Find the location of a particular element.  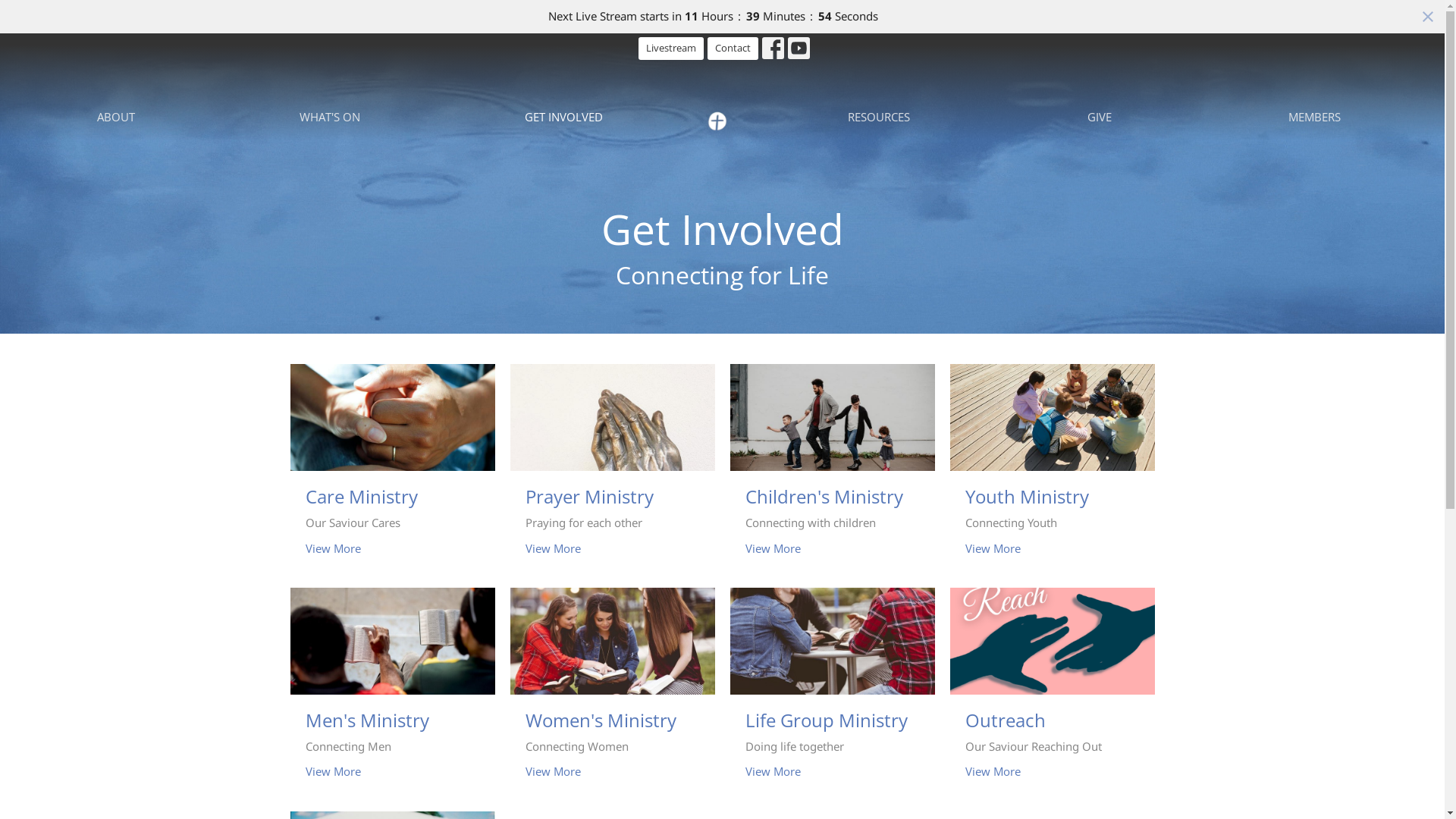

'Care Ministry is located at coordinates (392, 467).